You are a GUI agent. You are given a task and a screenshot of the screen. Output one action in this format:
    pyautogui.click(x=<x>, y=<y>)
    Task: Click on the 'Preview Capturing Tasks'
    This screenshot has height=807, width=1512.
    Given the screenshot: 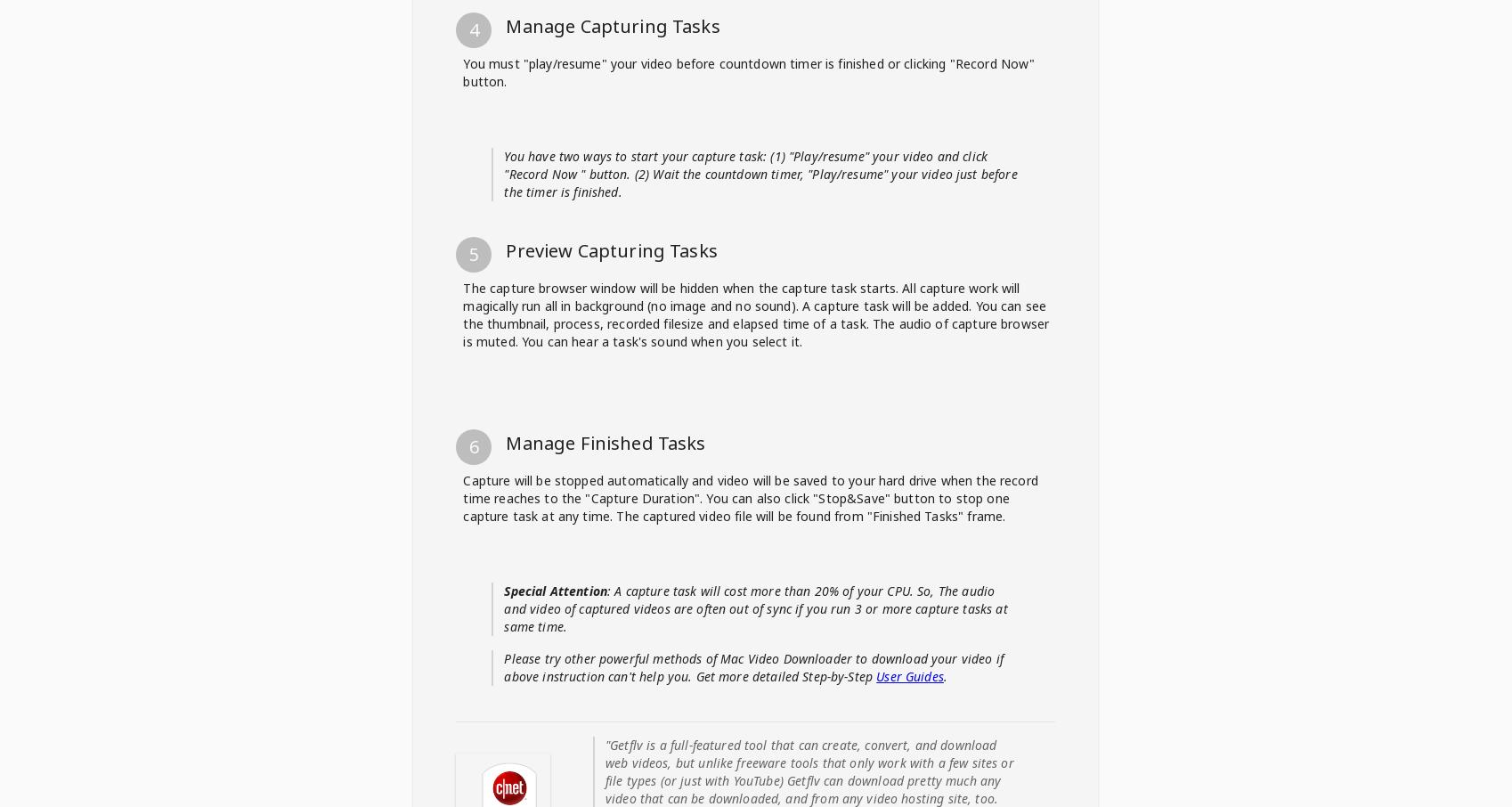 What is the action you would take?
    pyautogui.click(x=611, y=762)
    